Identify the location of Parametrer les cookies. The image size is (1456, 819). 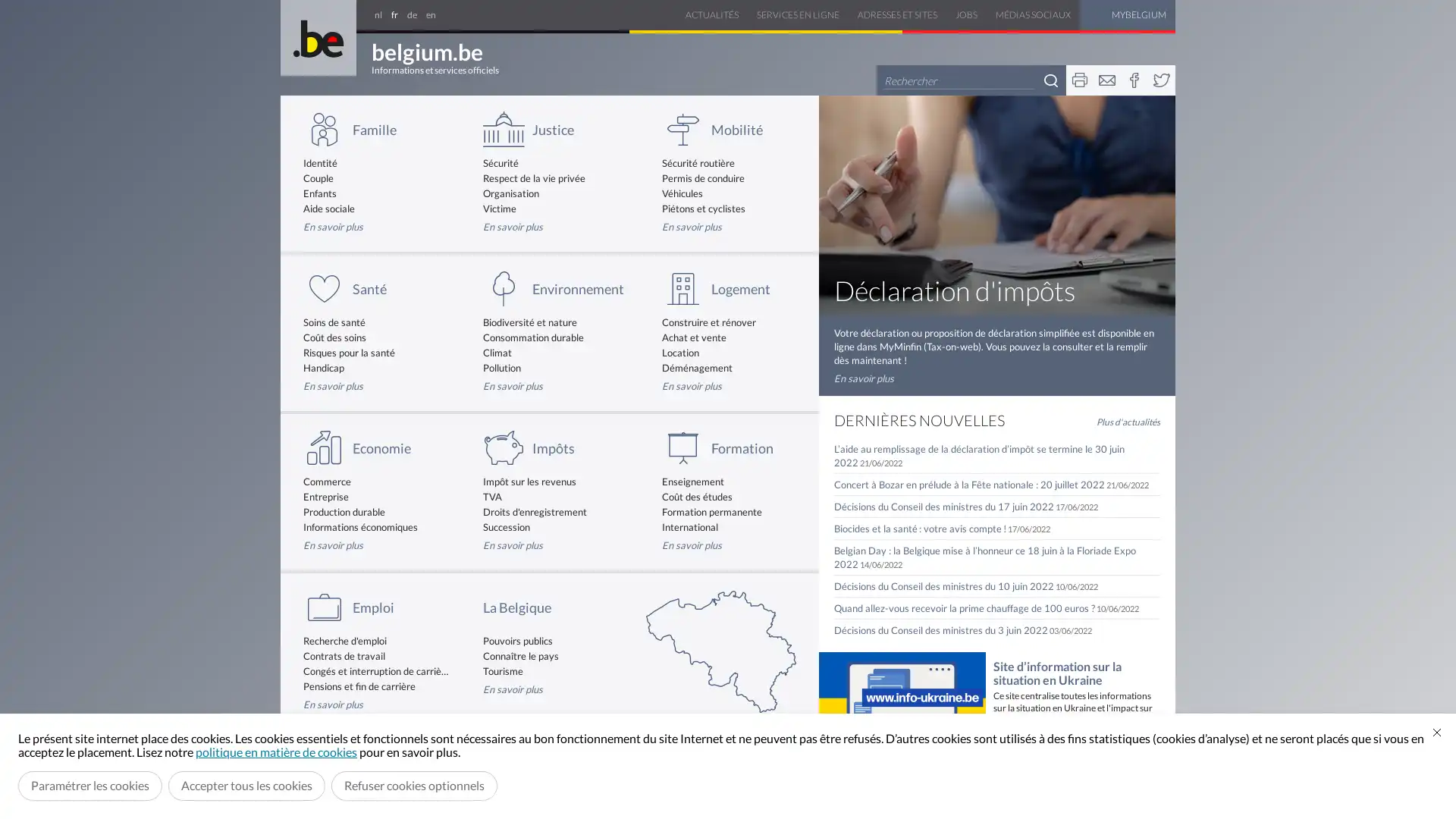
(89, 785).